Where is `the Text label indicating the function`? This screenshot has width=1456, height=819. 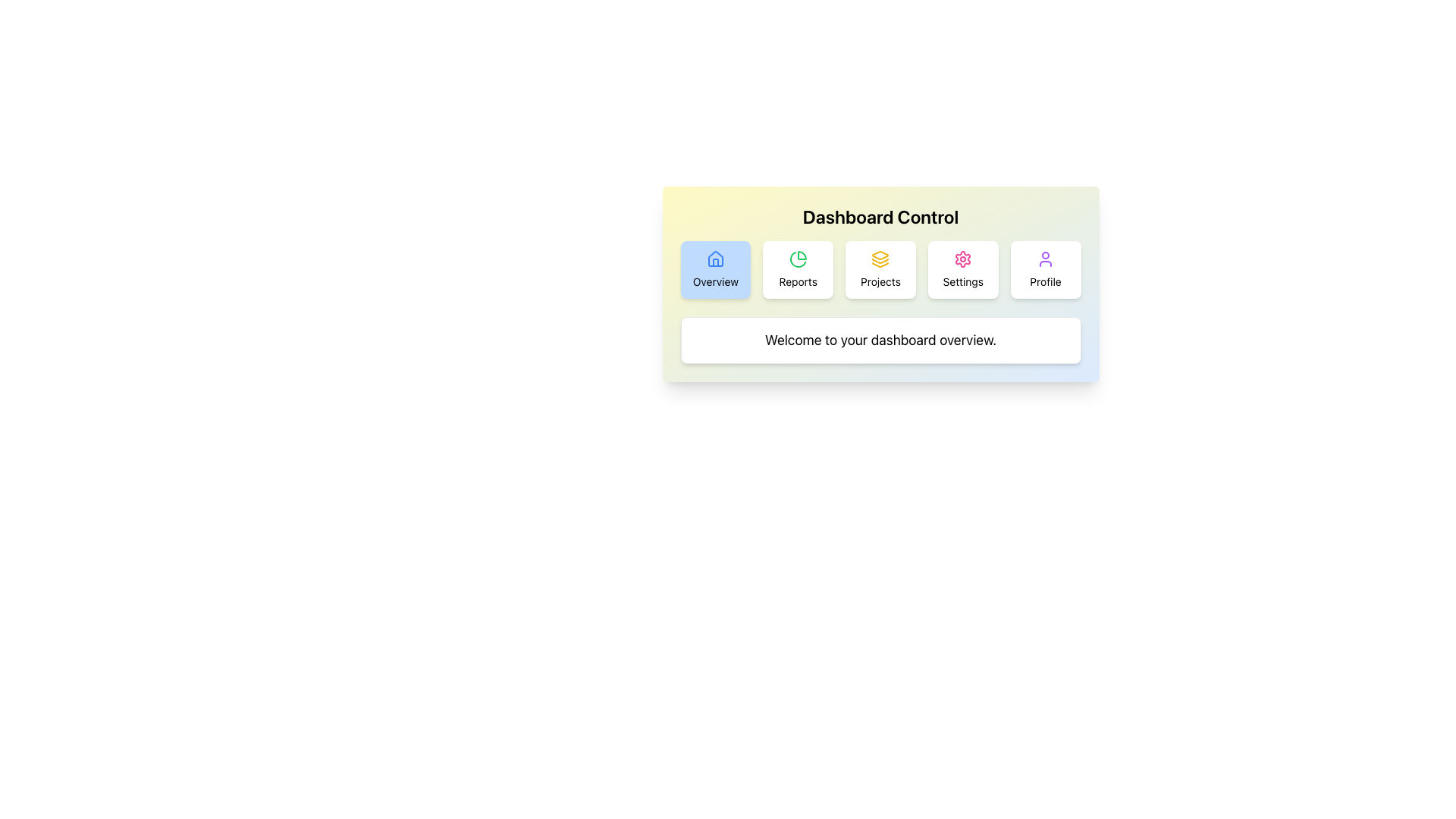
the Text label indicating the function is located at coordinates (880, 281).